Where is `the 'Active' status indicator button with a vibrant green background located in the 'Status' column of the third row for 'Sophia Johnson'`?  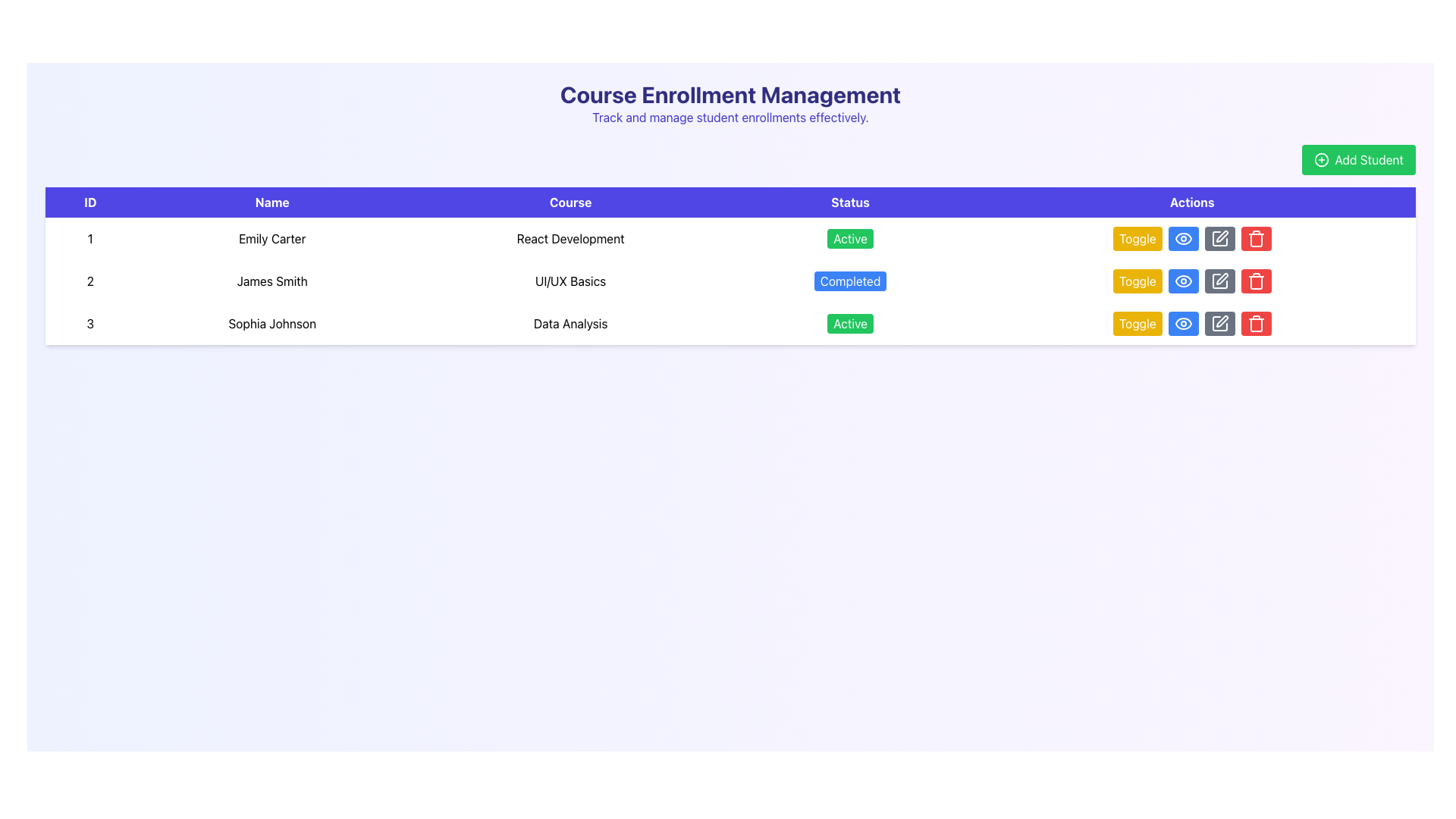
the 'Active' status indicator button with a vibrant green background located in the 'Status' column of the third row for 'Sophia Johnson' is located at coordinates (850, 323).